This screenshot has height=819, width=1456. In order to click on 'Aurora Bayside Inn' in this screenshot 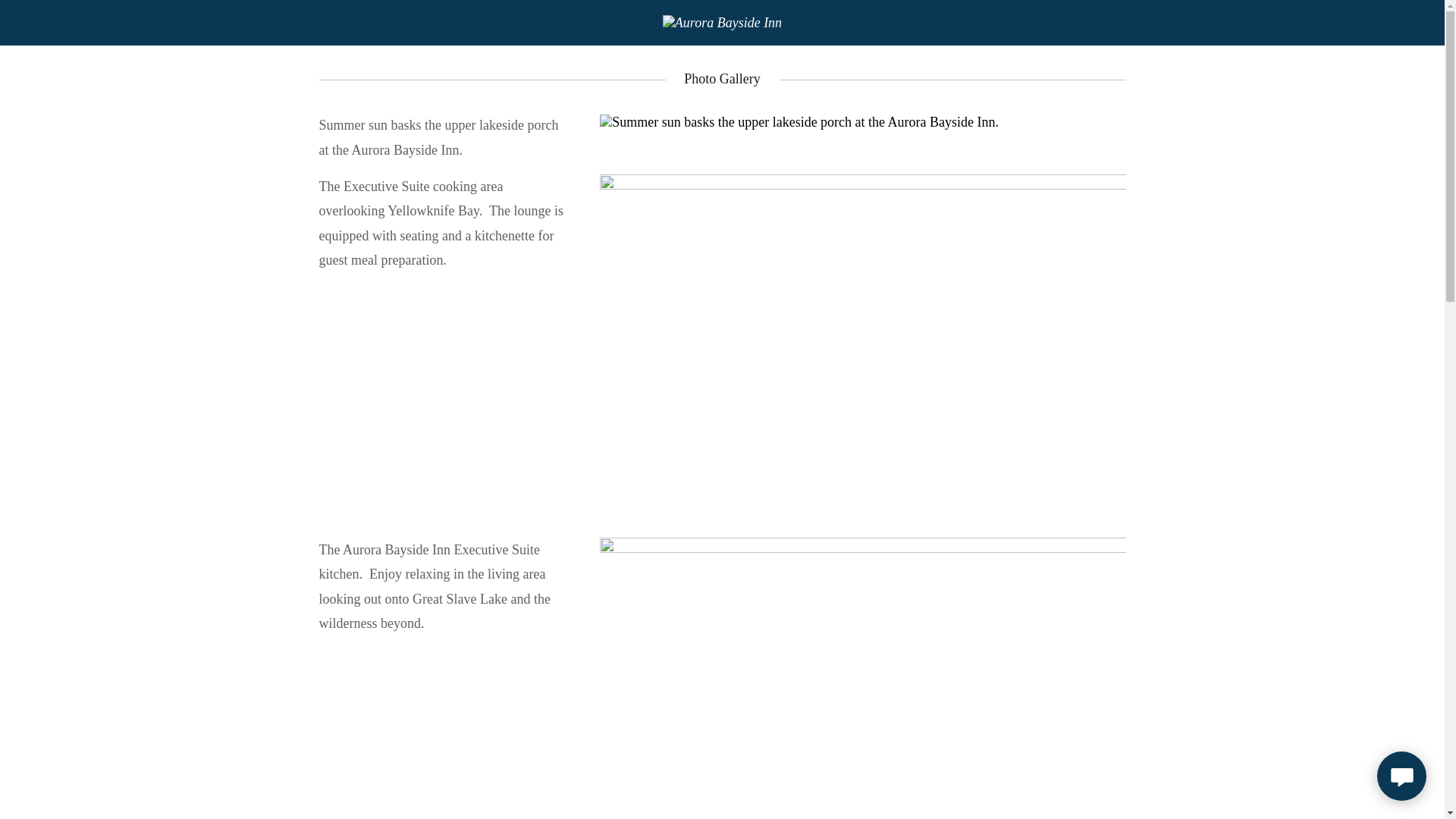, I will do `click(721, 22)`.